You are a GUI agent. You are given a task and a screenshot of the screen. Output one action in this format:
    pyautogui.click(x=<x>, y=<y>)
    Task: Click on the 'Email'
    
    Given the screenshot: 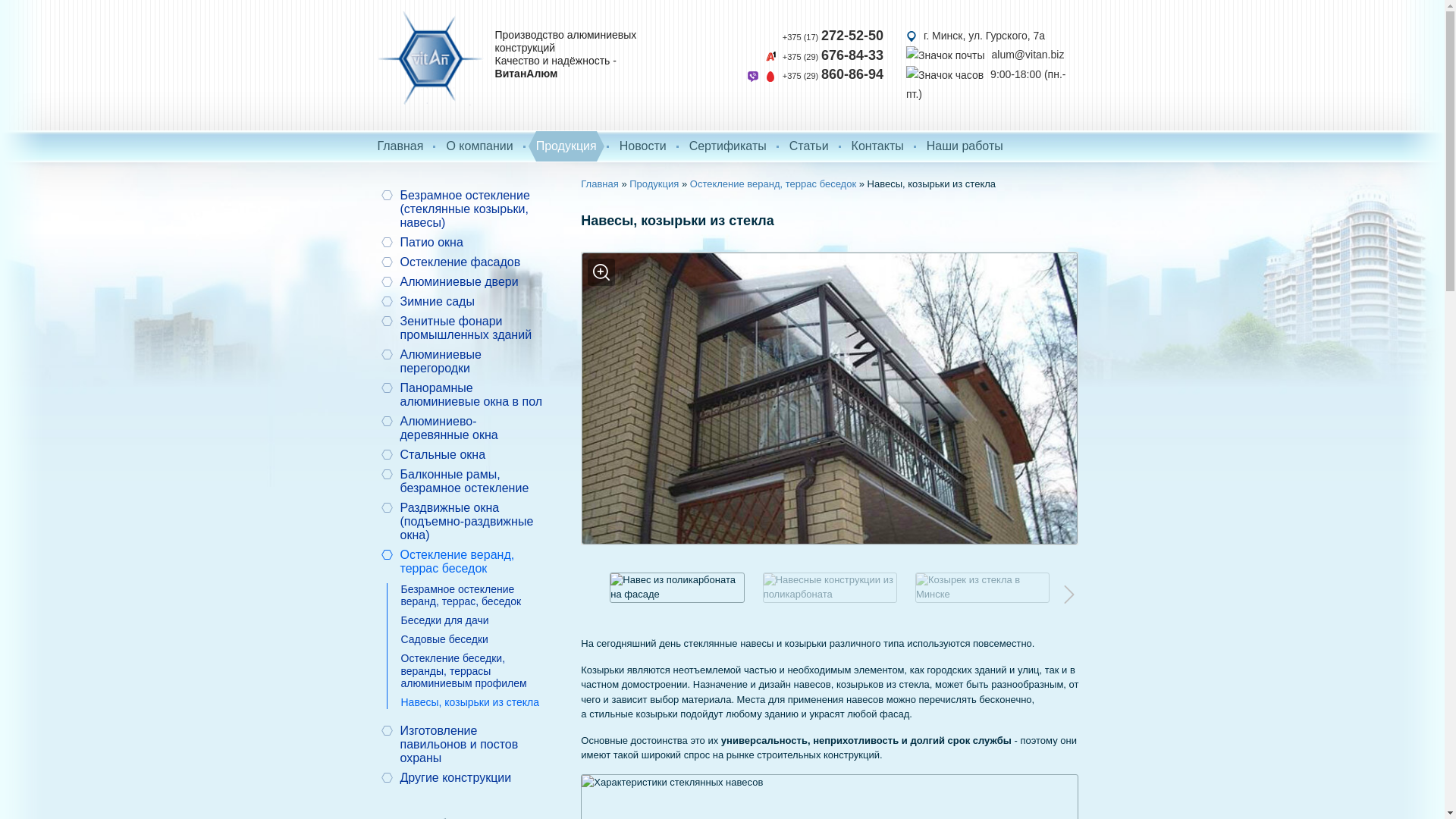 What is the action you would take?
    pyautogui.click(x=945, y=55)
    